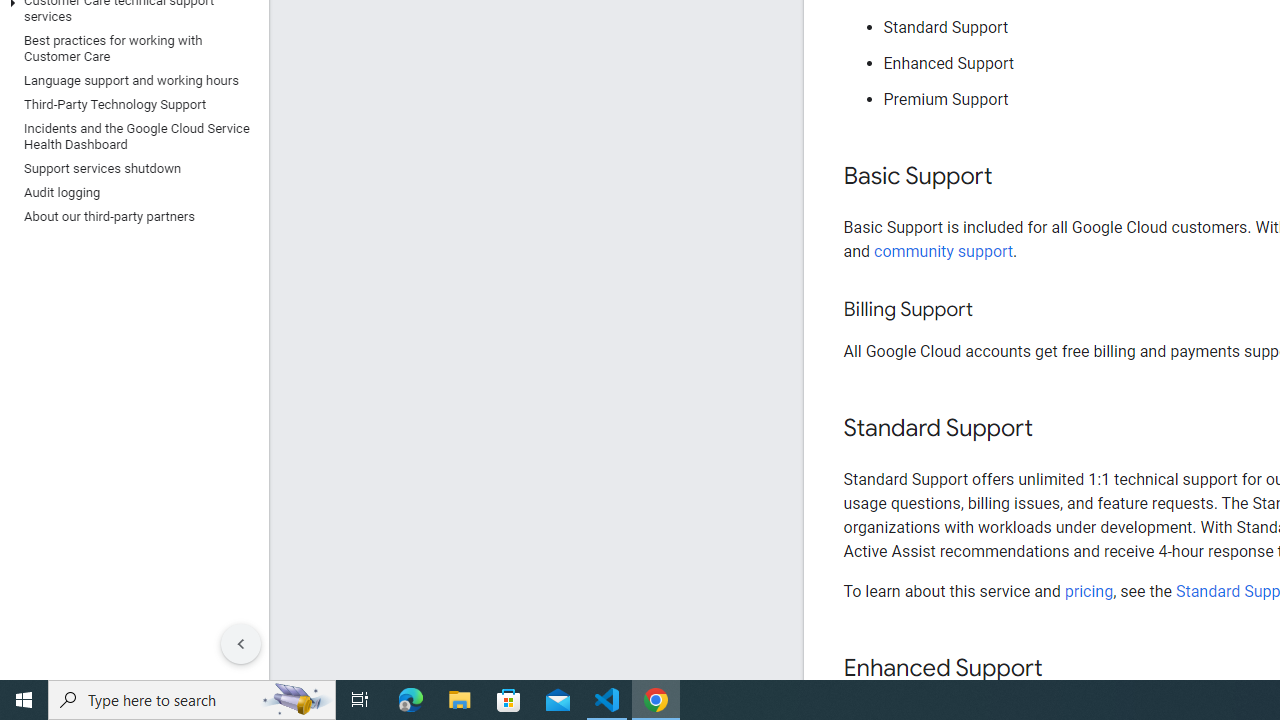 This screenshot has width=1280, height=720. What do you see at coordinates (129, 47) in the screenshot?
I see `'Best practices for working with Customer Care'` at bounding box center [129, 47].